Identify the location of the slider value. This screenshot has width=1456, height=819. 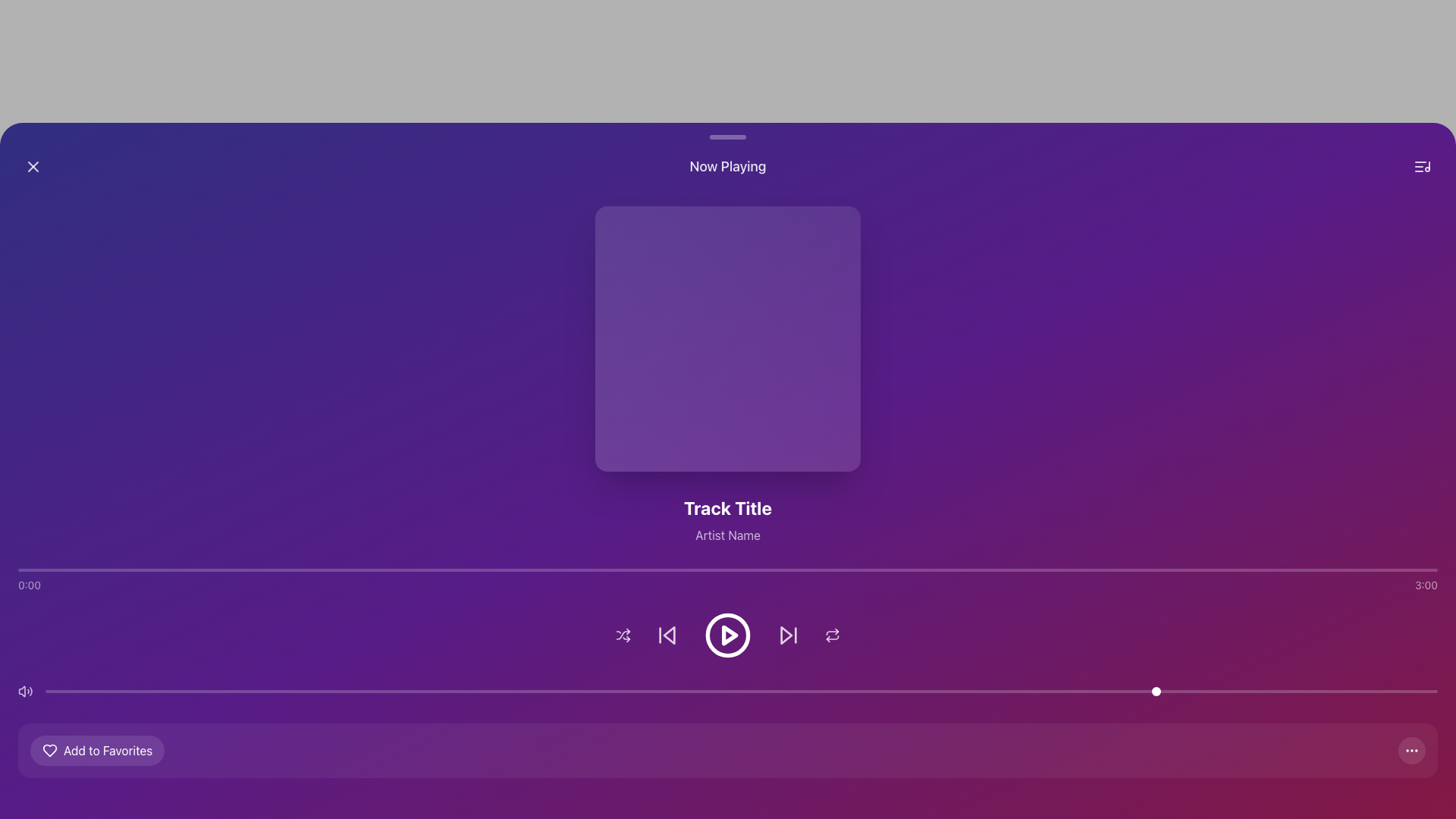
(254, 691).